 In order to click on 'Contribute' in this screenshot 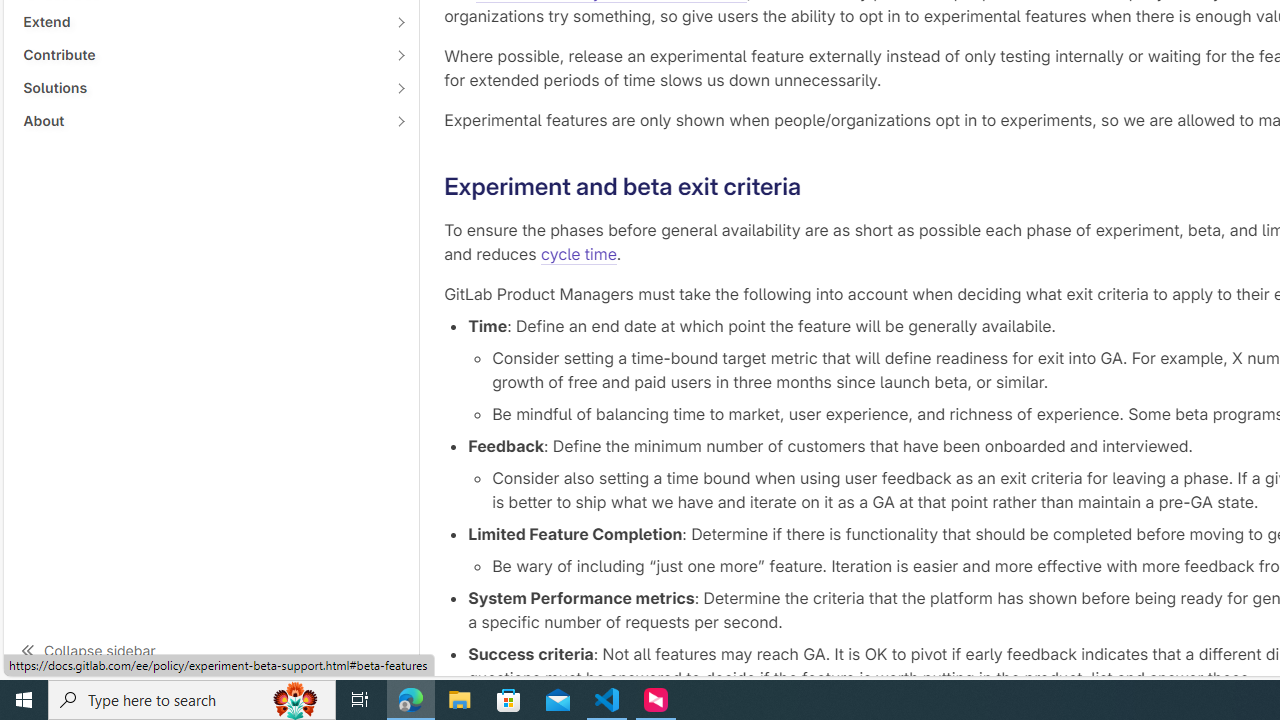, I will do `click(200, 54)`.